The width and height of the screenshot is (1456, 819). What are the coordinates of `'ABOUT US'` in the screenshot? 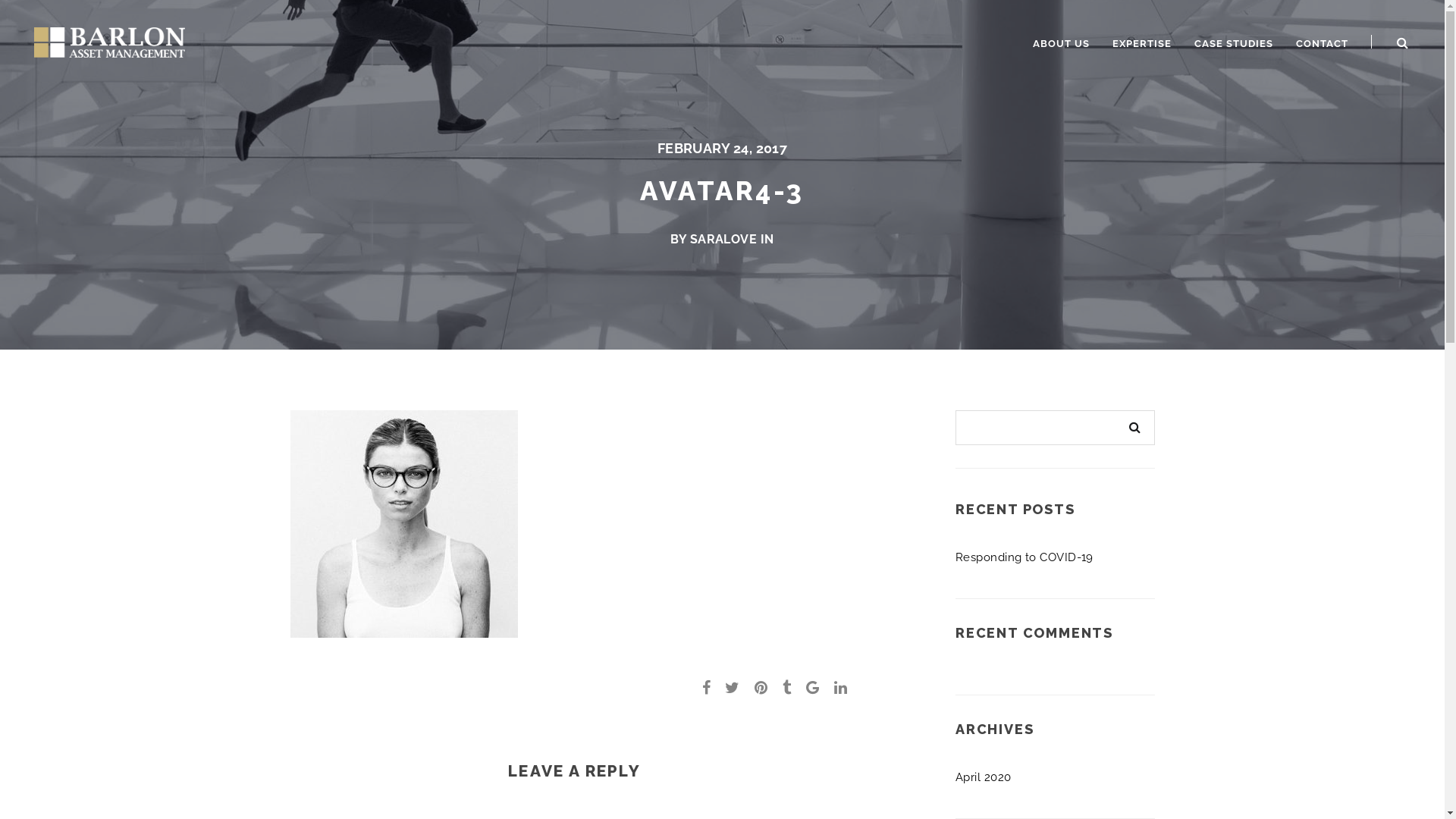 It's located at (1060, 42).